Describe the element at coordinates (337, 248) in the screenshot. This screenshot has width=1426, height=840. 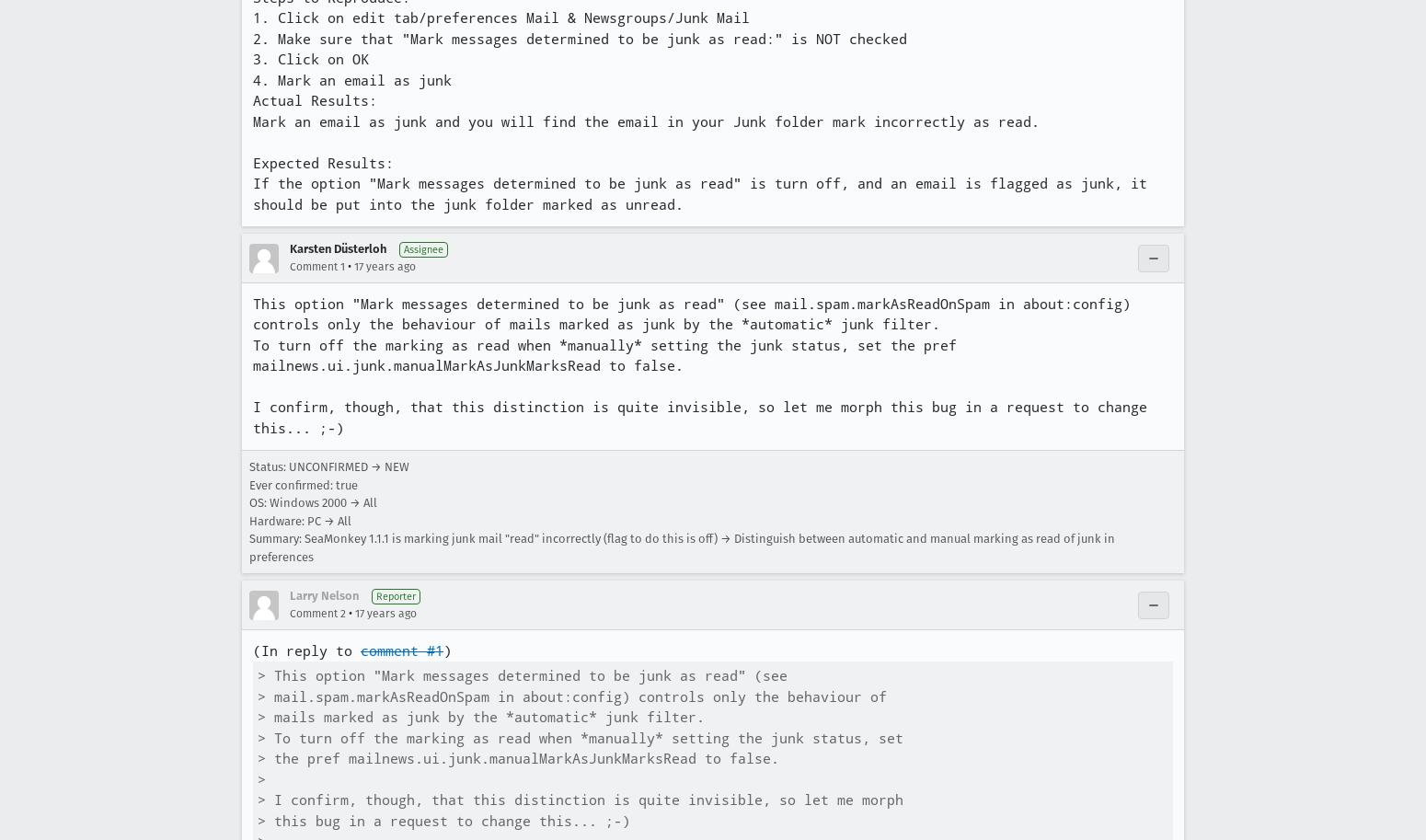
I see `'Karsten Düsterloh'` at that location.